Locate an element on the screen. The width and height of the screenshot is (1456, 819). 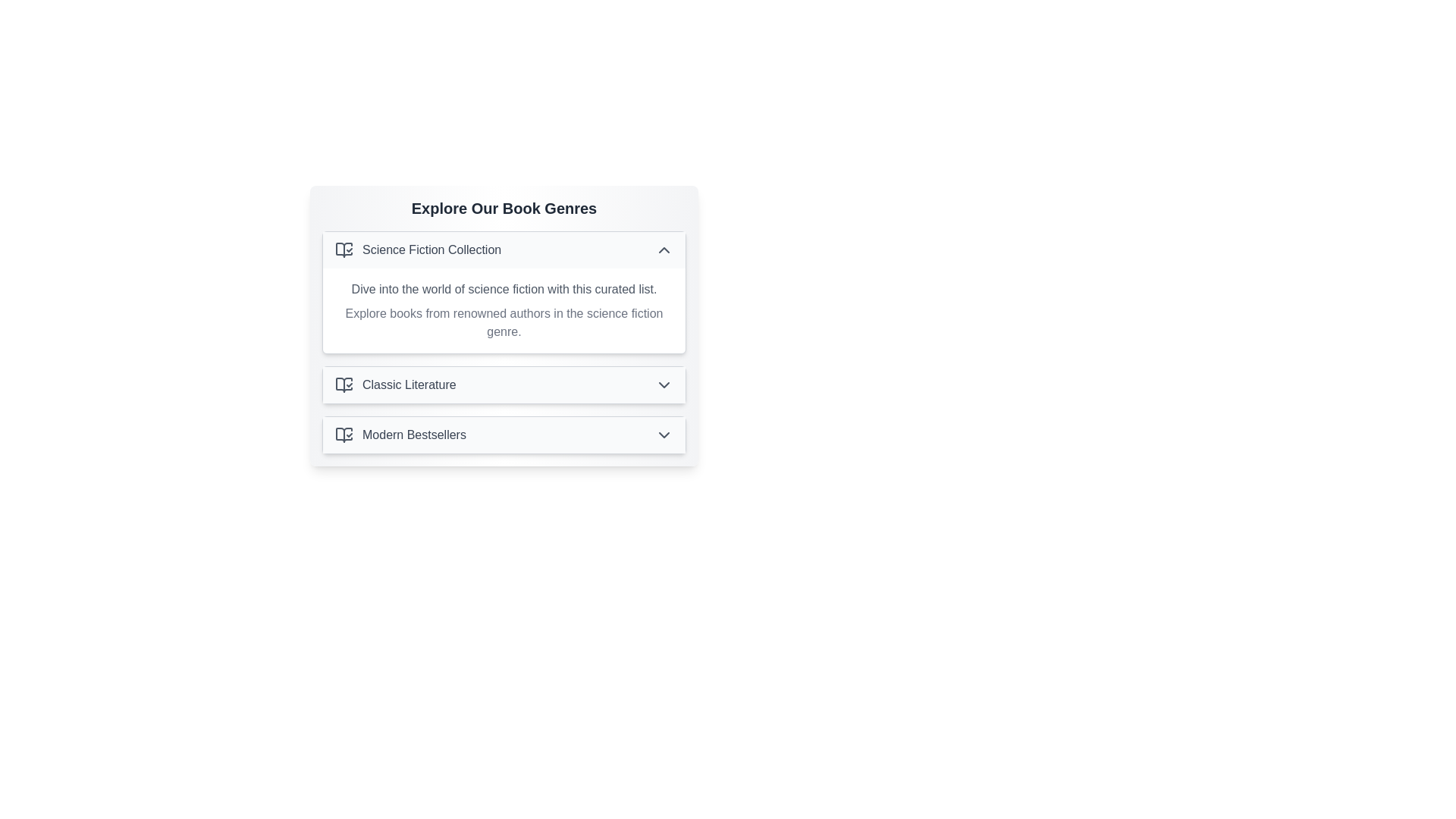
the dropdown trigger for the 'Modern Bestsellers' category is located at coordinates (504, 435).